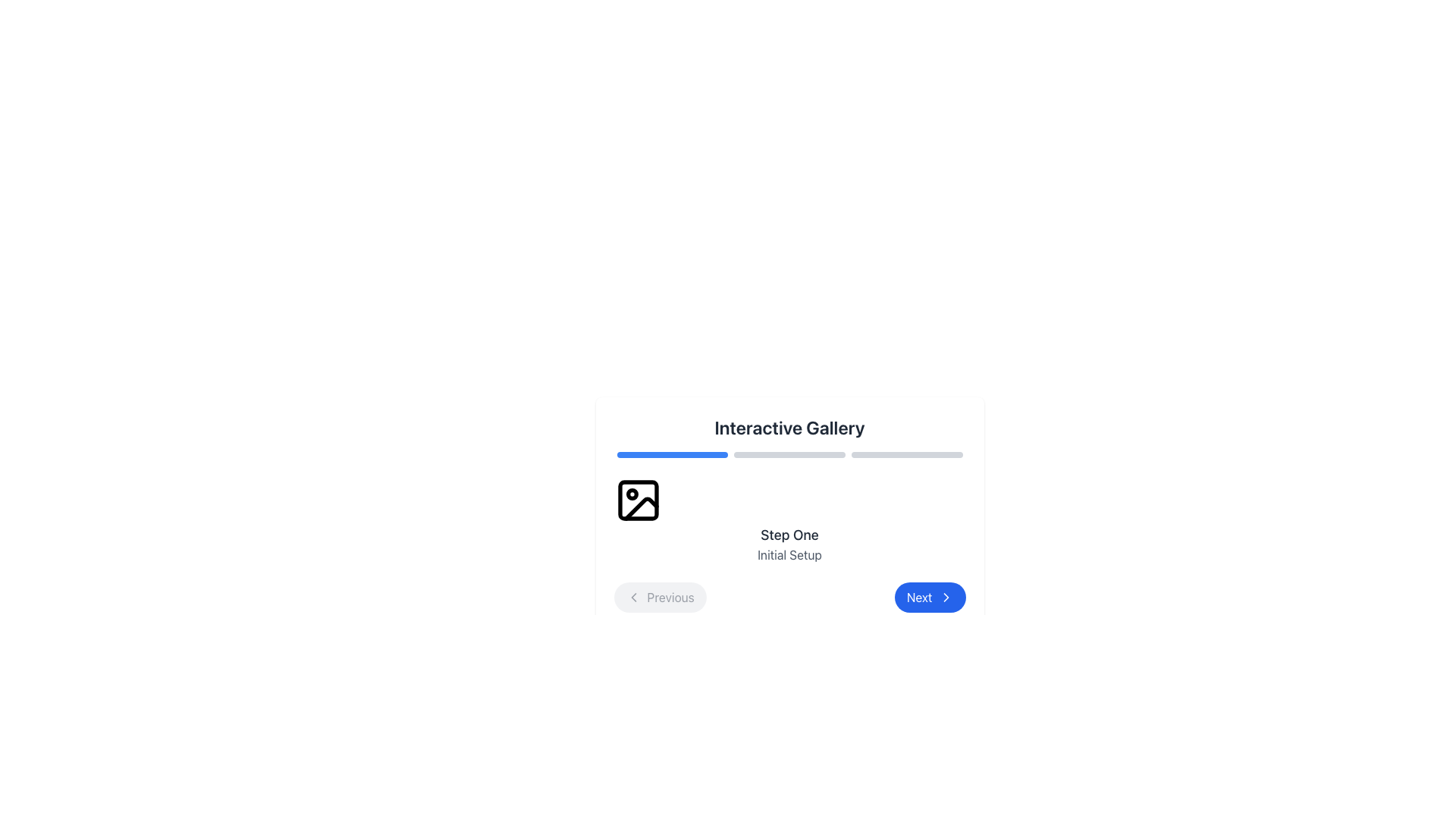  What do you see at coordinates (789, 519) in the screenshot?
I see `the displayed text of the element that includes a bold 'Step One' and a smaller 'Initial Setup' text, which is visually prominent and located below a progress bar and above navigation buttons` at bounding box center [789, 519].